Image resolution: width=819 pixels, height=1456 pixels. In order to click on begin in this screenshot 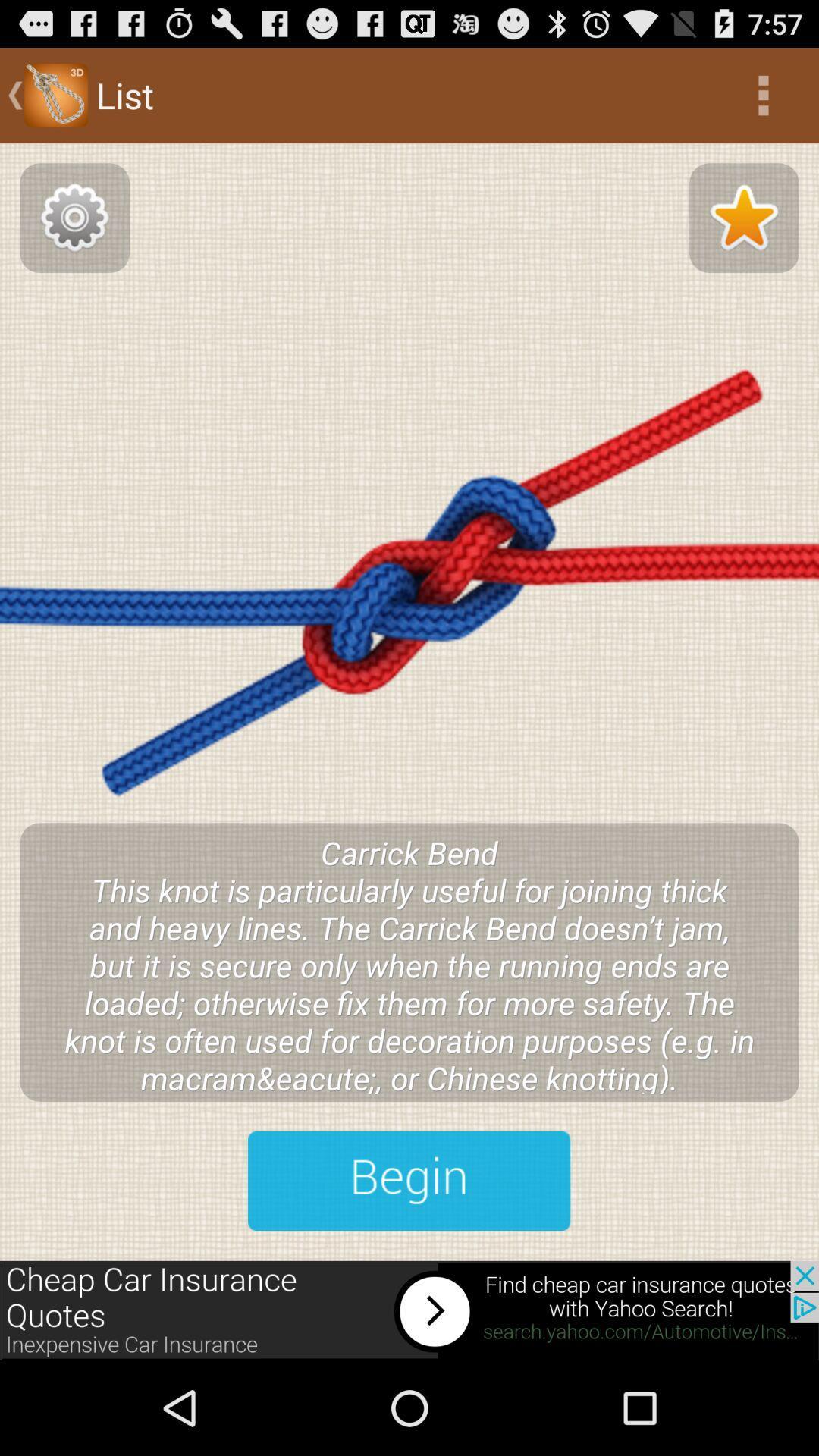, I will do `click(408, 1180)`.